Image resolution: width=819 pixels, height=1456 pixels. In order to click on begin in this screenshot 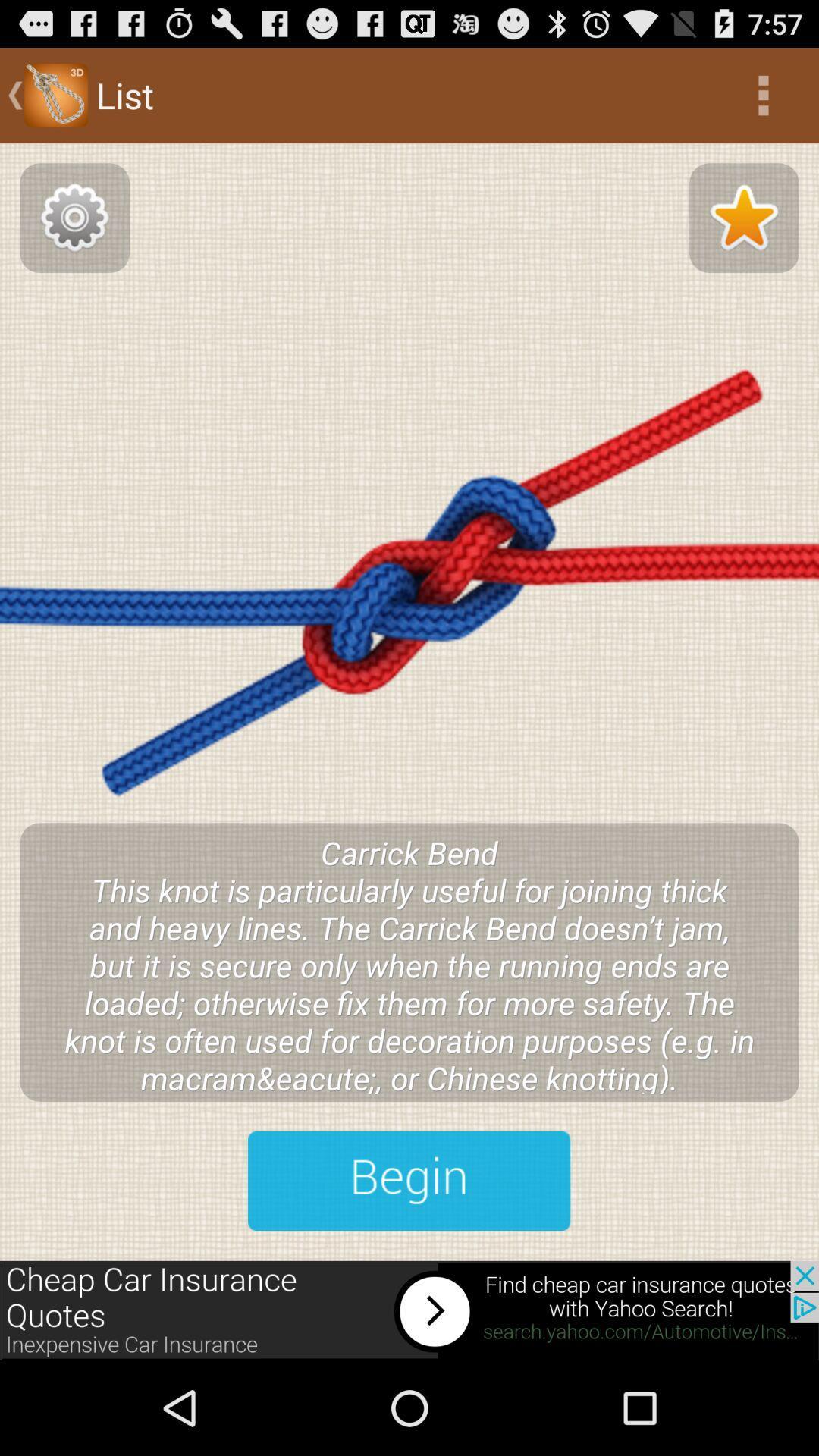, I will do `click(408, 1180)`.